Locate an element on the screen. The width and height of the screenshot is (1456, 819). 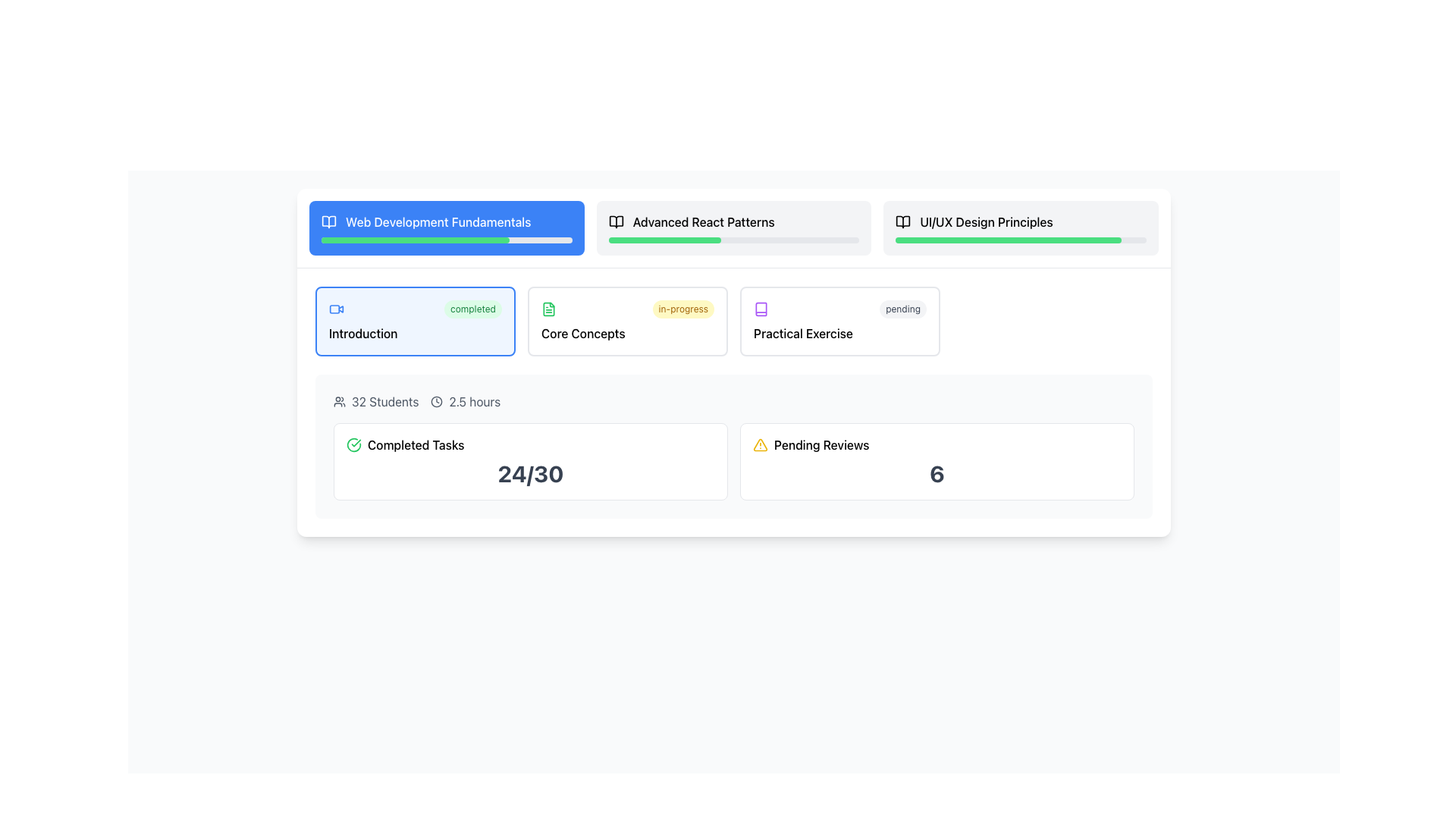
the SVG graphic icon resembling a book located in the header section under the 'Web Development Fundamentals' tab is located at coordinates (761, 309).